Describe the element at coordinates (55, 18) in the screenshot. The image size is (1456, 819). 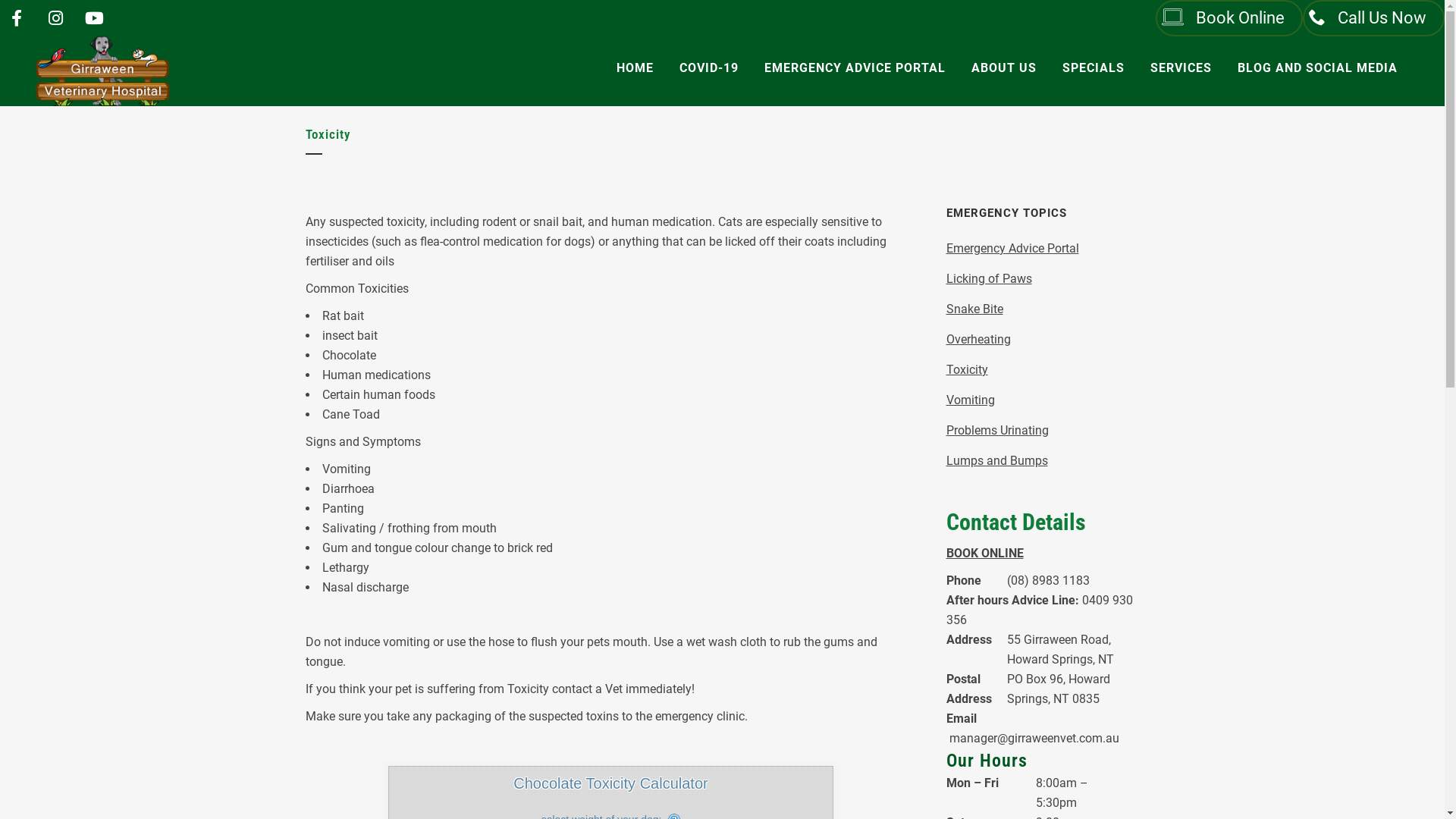
I see `'Girraween Veterinary Hospital on Instagram'` at that location.